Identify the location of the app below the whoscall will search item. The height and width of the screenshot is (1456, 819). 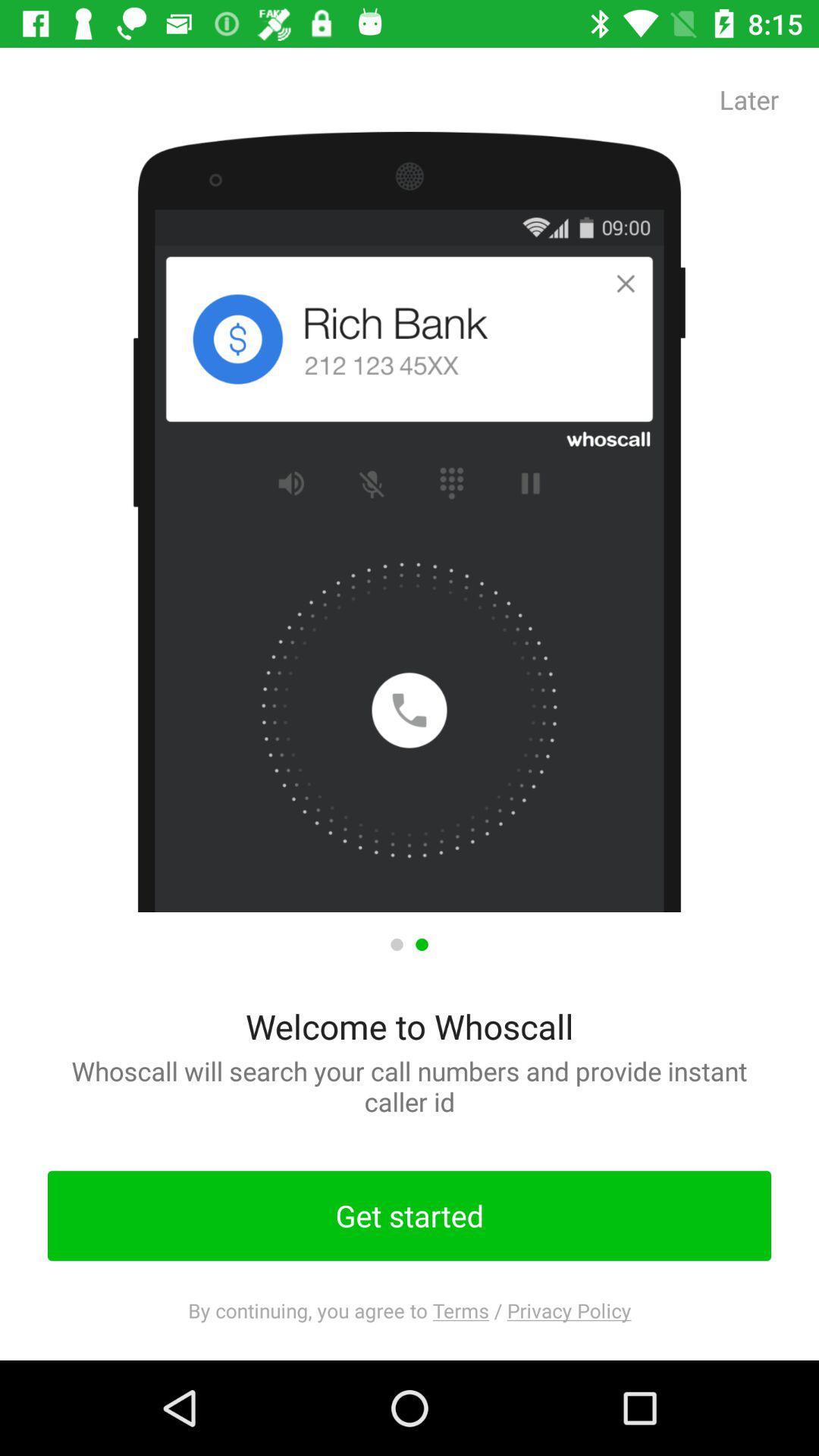
(409, 1216).